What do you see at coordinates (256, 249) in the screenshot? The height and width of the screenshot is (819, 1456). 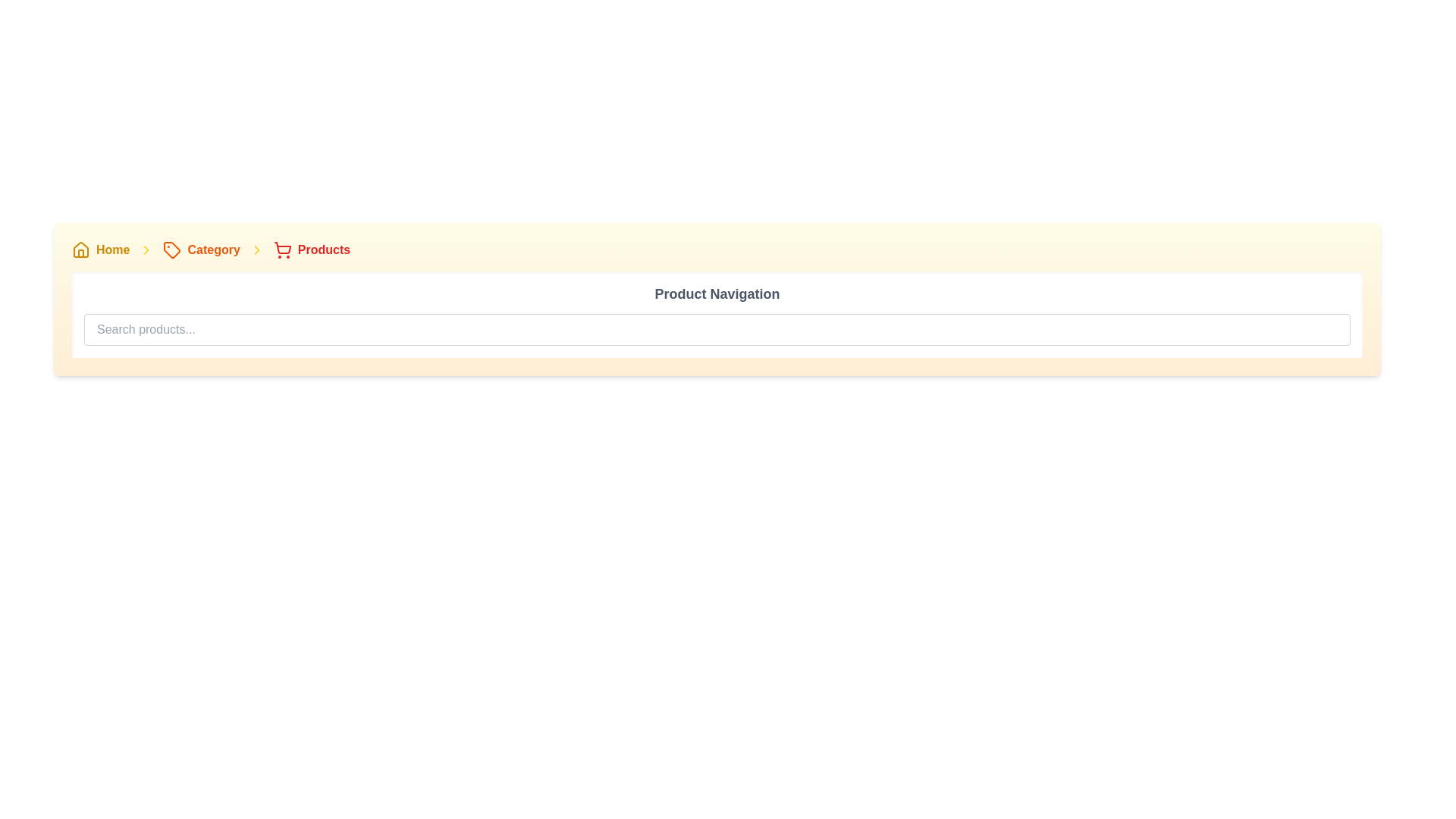 I see `the rightmost chevron arrow icon in the breadcrumb navigation bar, which separates 'Category' and 'Products' items and indicates navigation flow to the right` at bounding box center [256, 249].